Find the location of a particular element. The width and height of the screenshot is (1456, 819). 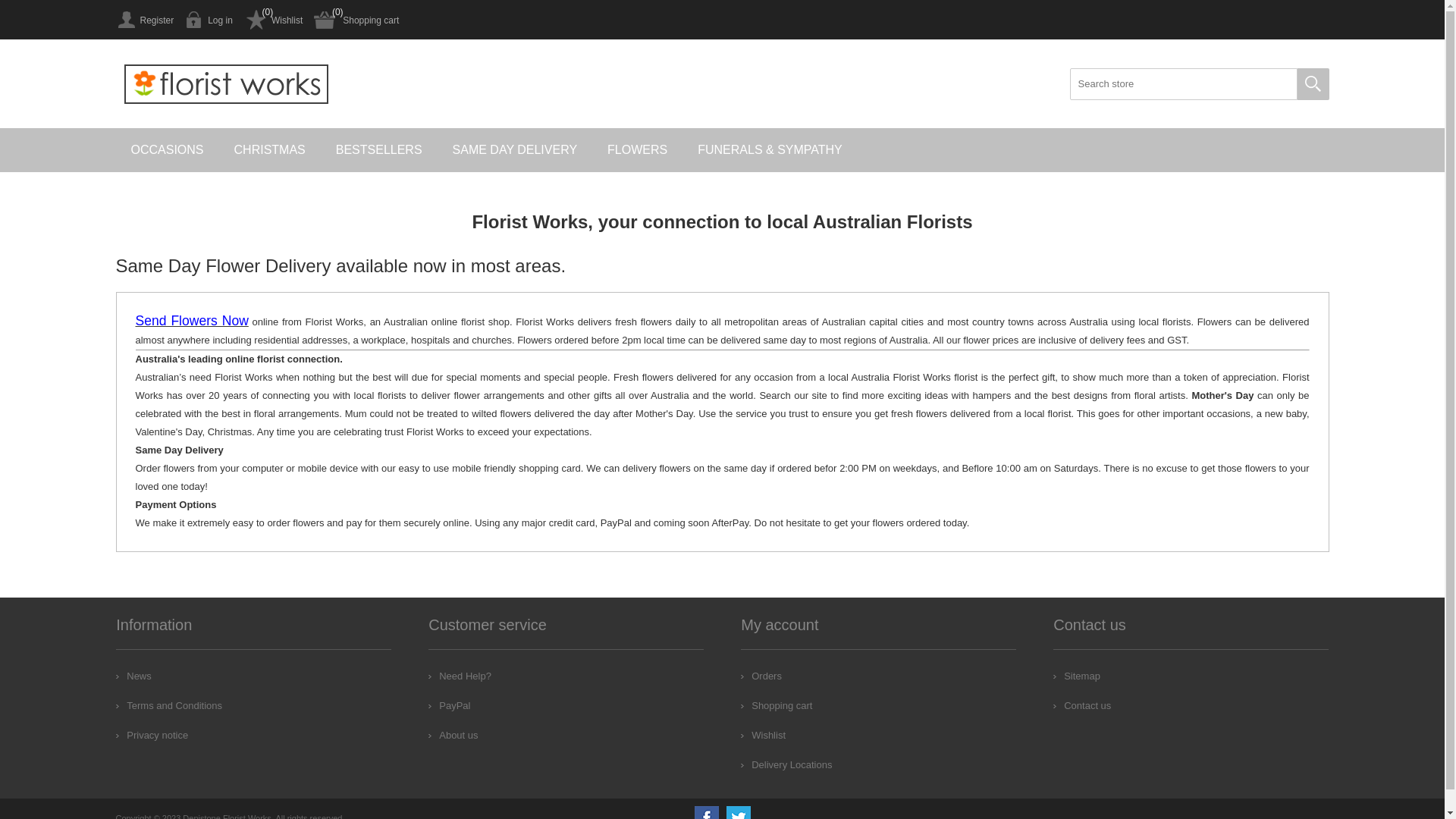

'Need Help?' is located at coordinates (459, 675).